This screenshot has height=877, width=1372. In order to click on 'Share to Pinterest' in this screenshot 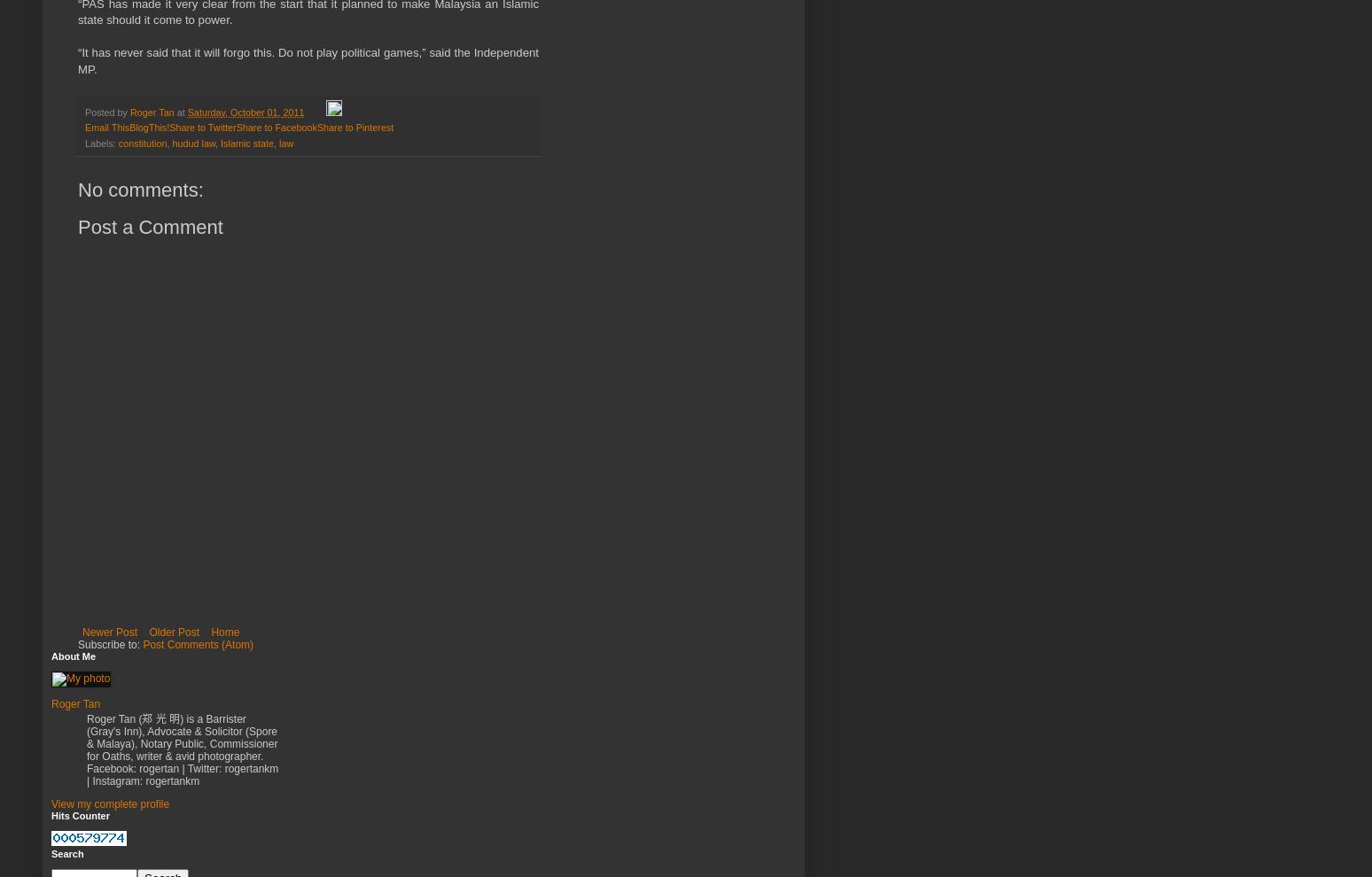, I will do `click(354, 127)`.